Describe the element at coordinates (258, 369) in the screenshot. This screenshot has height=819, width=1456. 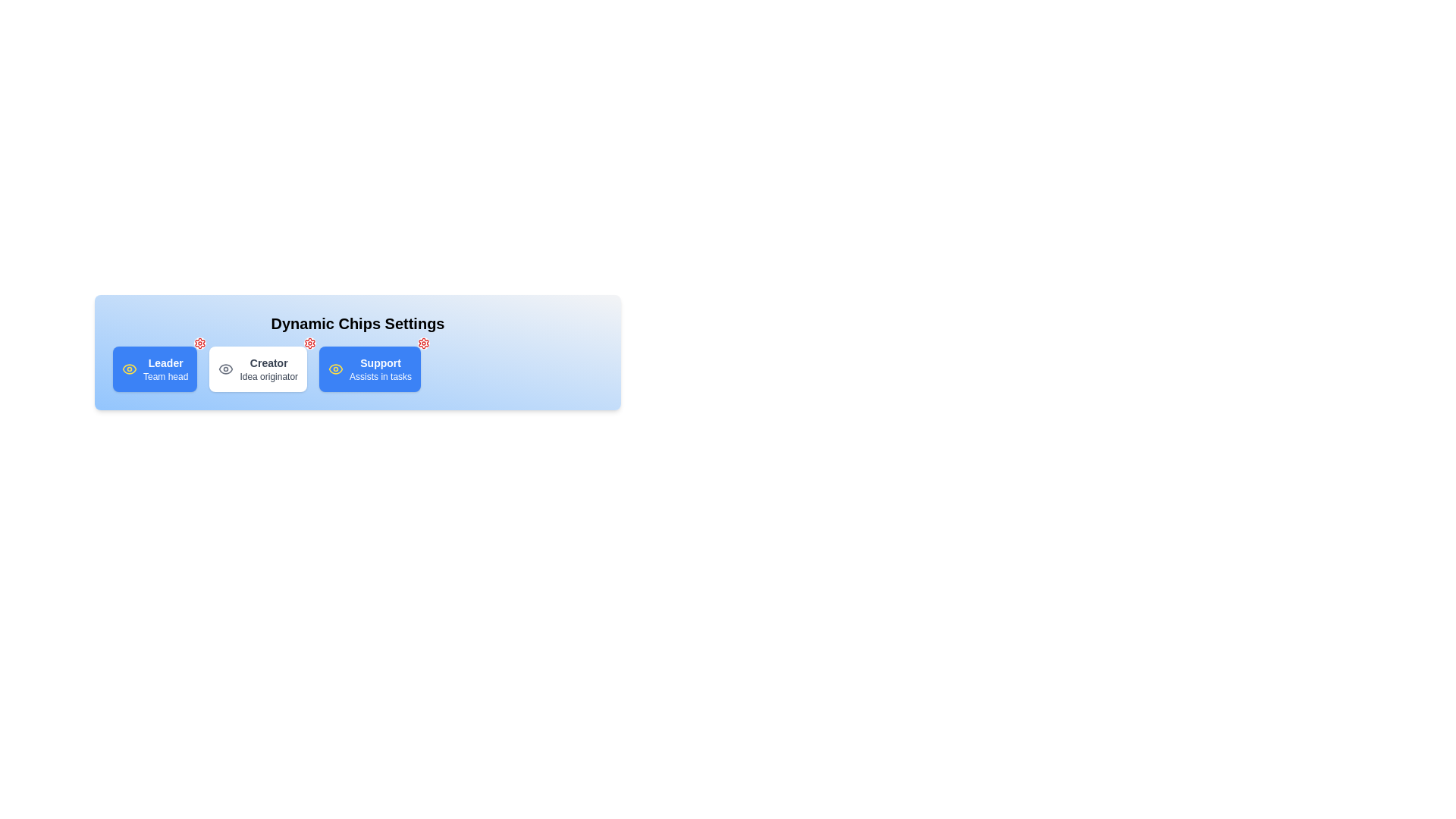
I see `the chip labeled Creator to toggle its active state` at that location.